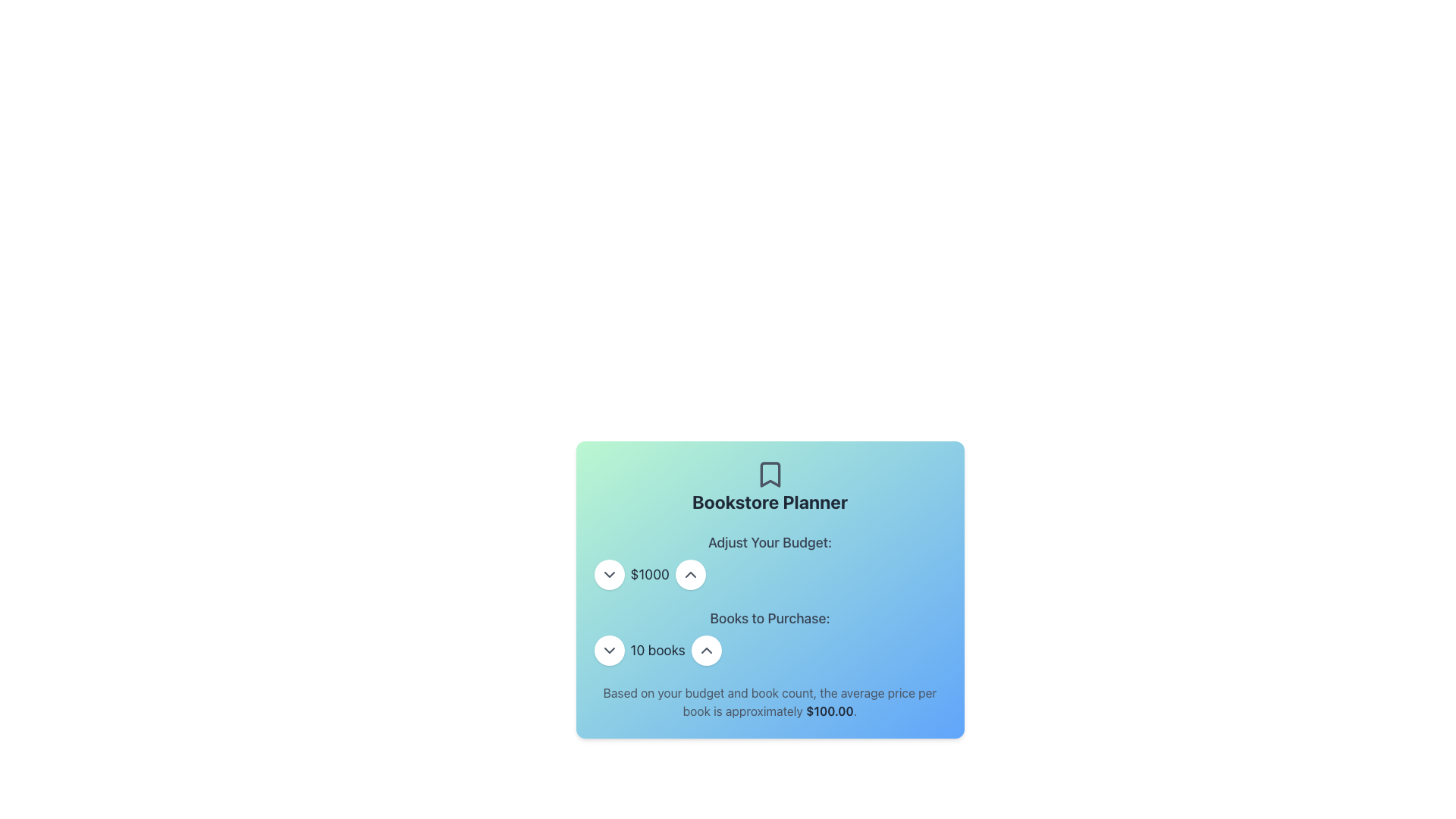 The height and width of the screenshot is (819, 1456). What do you see at coordinates (689, 575) in the screenshot?
I see `the circular button with a white background and a black chevron icon pointing upwards to increase the budget` at bounding box center [689, 575].